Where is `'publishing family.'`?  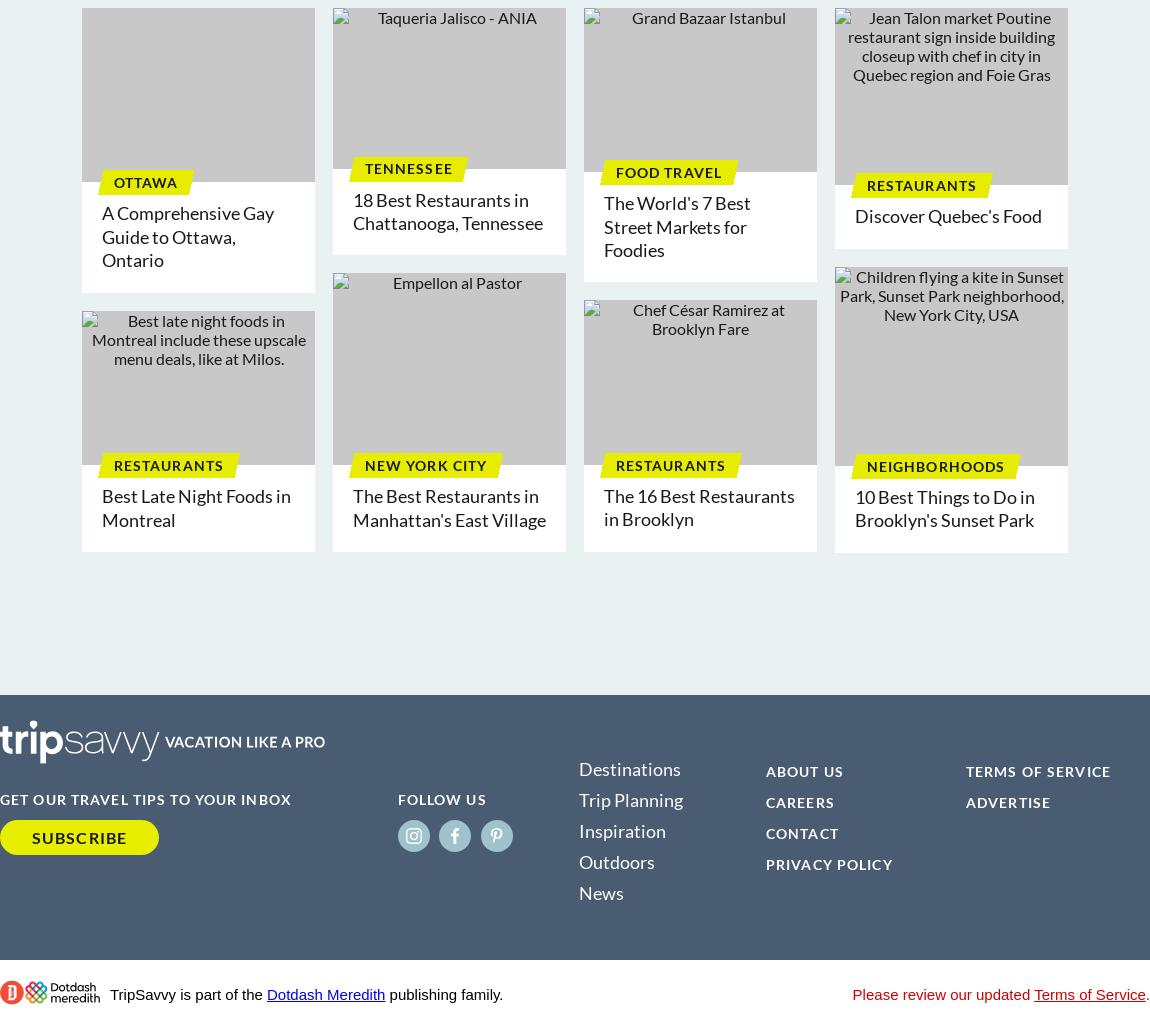 'publishing family.' is located at coordinates (444, 993).